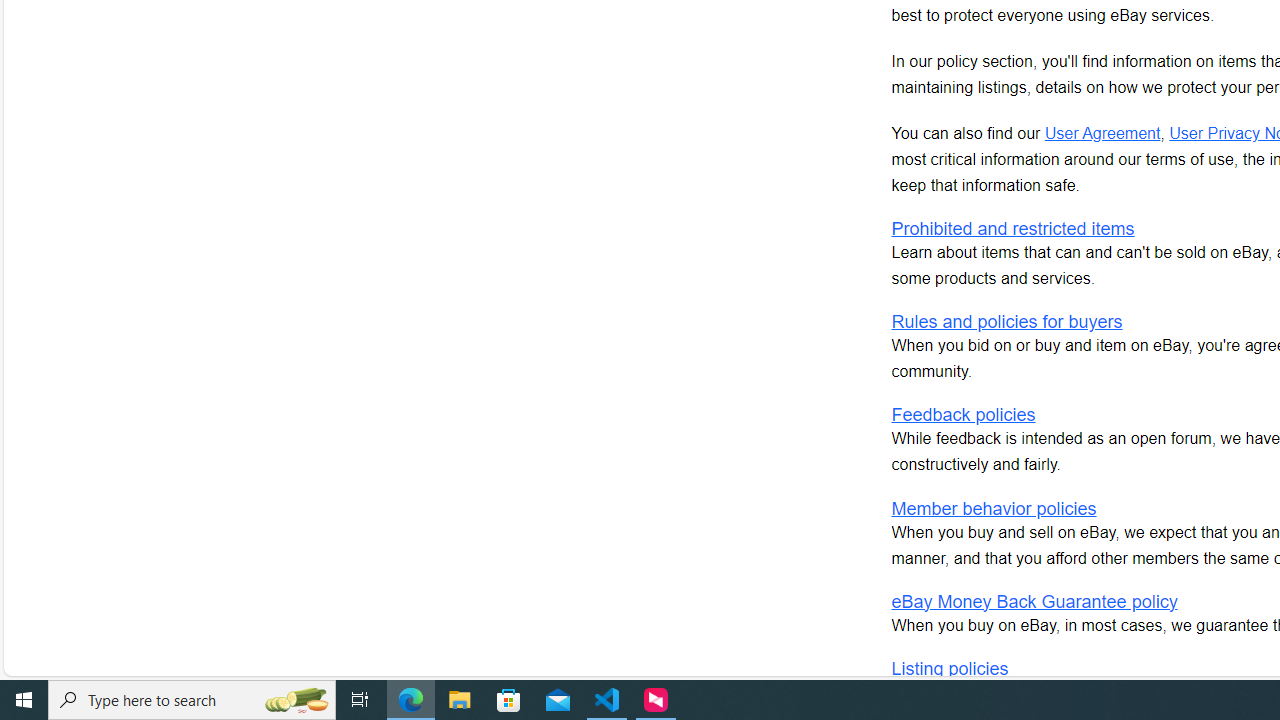 Image resolution: width=1280 pixels, height=720 pixels. Describe the element at coordinates (1101, 132) in the screenshot. I see `'User Agreement'` at that location.